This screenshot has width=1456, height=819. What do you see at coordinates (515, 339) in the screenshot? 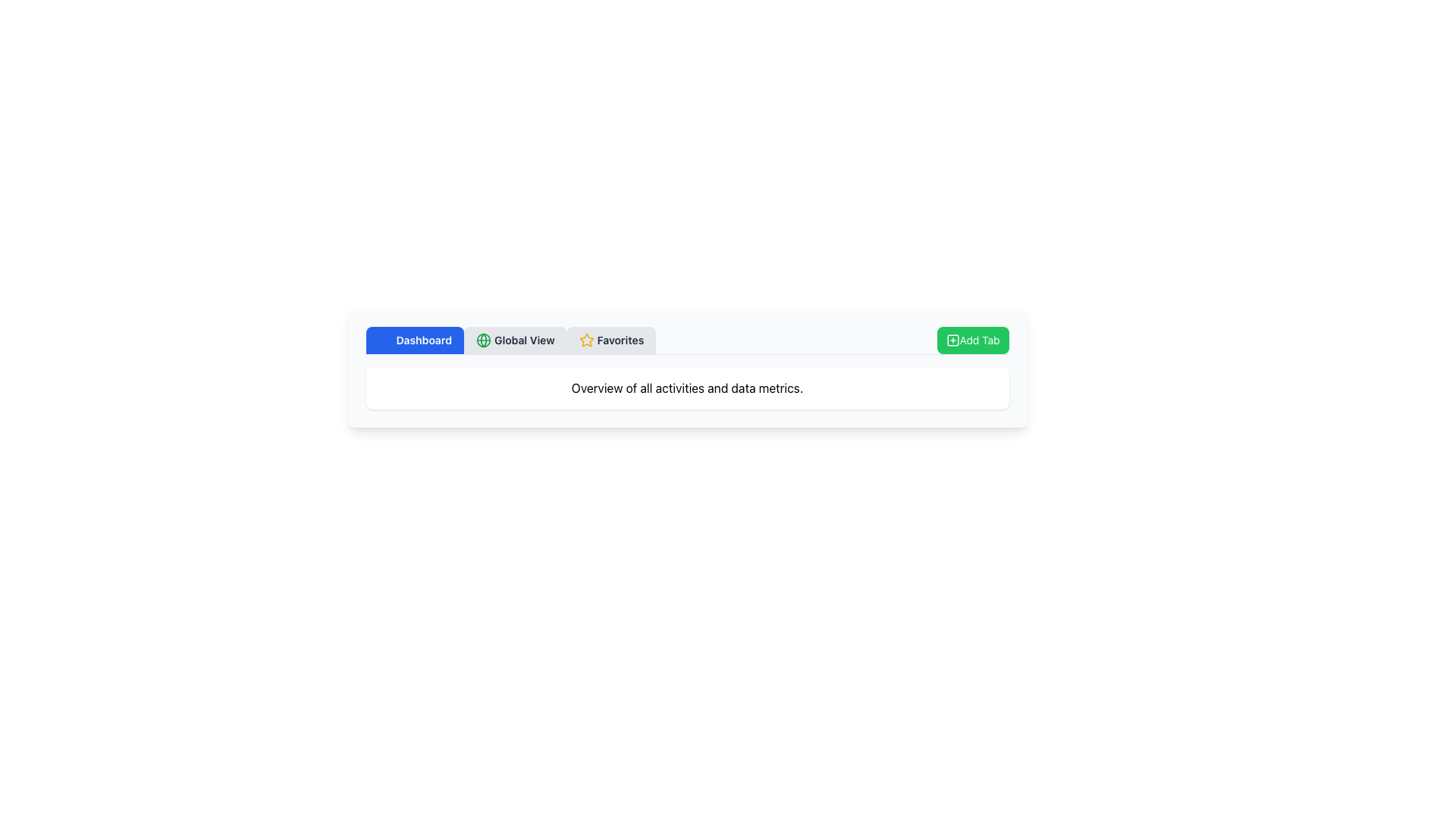
I see `the 'Global View' button located between 'Dashboard' and 'Favorites' using keyboard navigation` at bounding box center [515, 339].